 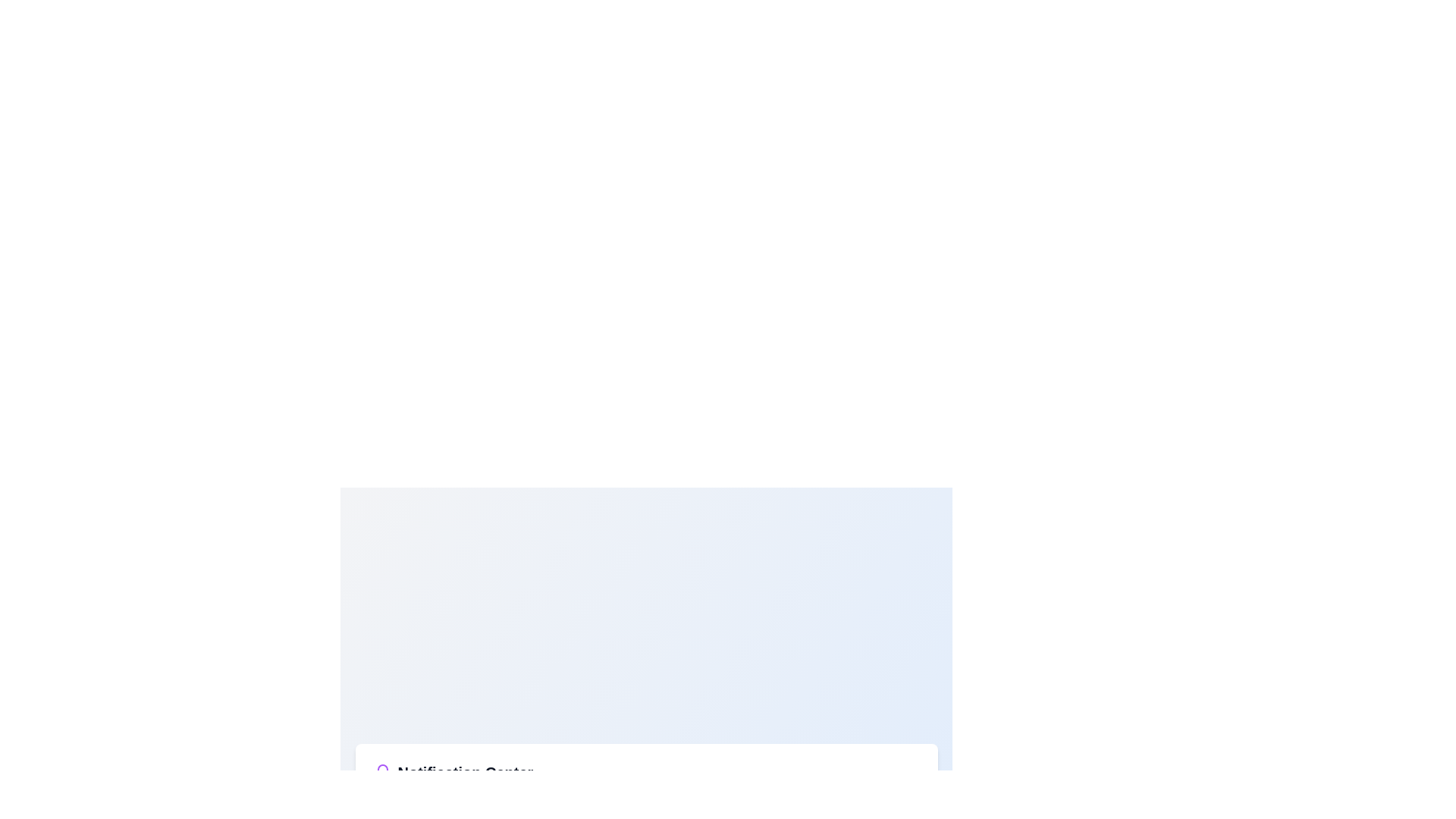 What do you see at coordinates (465, 772) in the screenshot?
I see `the 'Notification Center' text label to interact with adjacent elements` at bounding box center [465, 772].